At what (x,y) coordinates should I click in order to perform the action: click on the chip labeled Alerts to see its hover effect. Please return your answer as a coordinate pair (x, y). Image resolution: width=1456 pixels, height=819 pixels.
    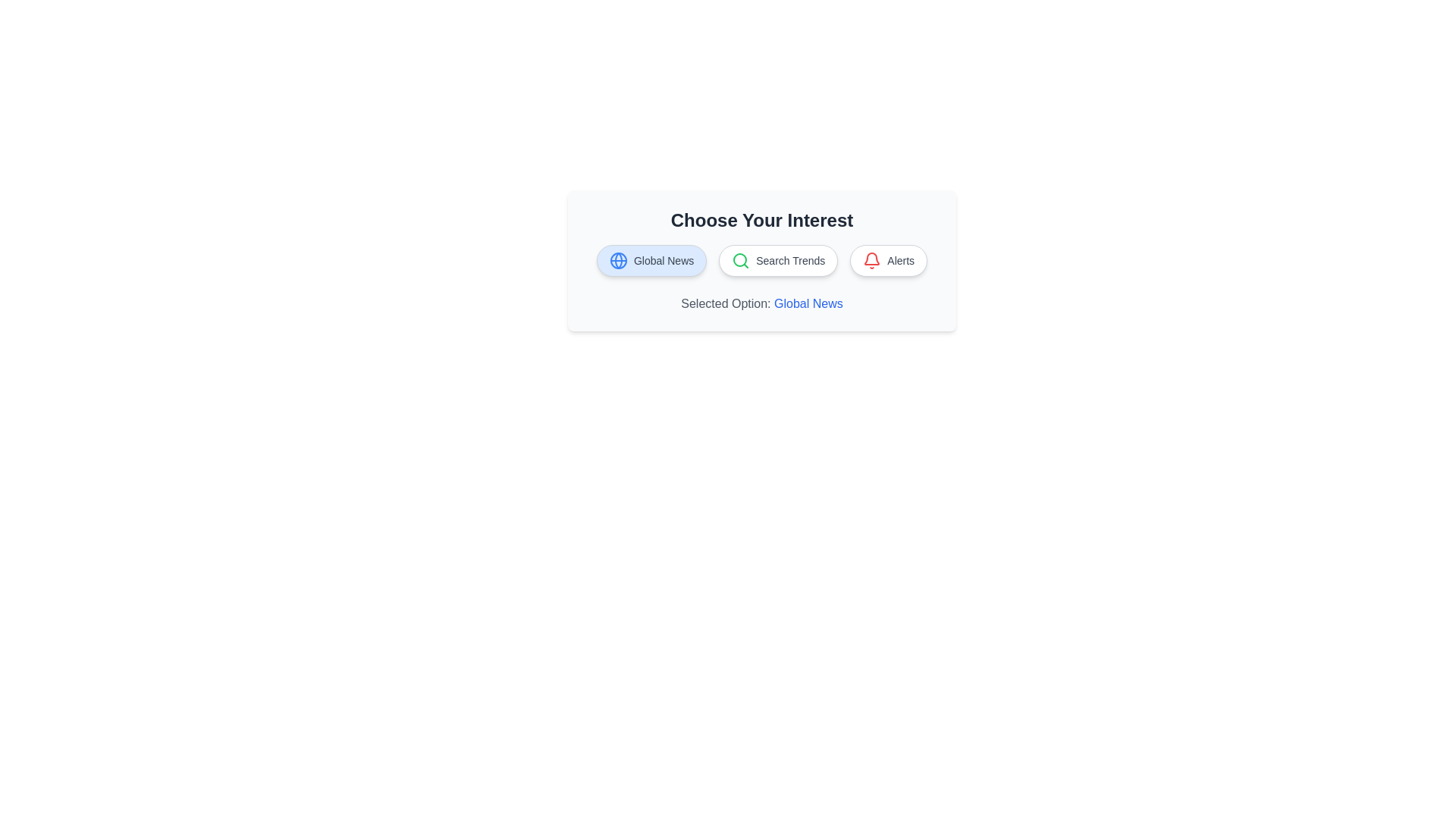
    Looking at the image, I should click on (889, 259).